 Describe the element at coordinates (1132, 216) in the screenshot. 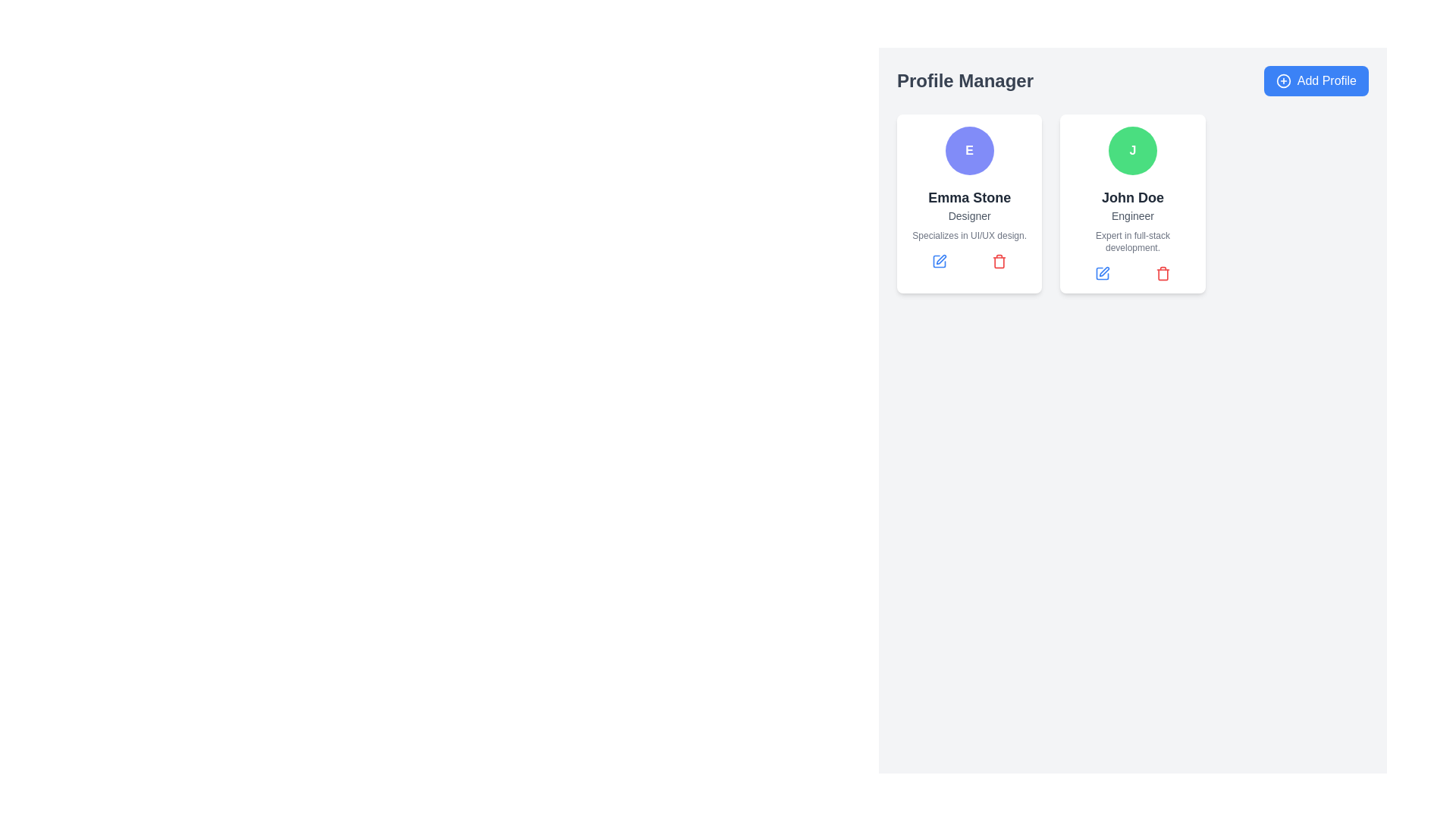

I see `text content of the label displaying 'Engineer', which is styled in gray and positioned below 'John Doe' in the user profile card` at that location.